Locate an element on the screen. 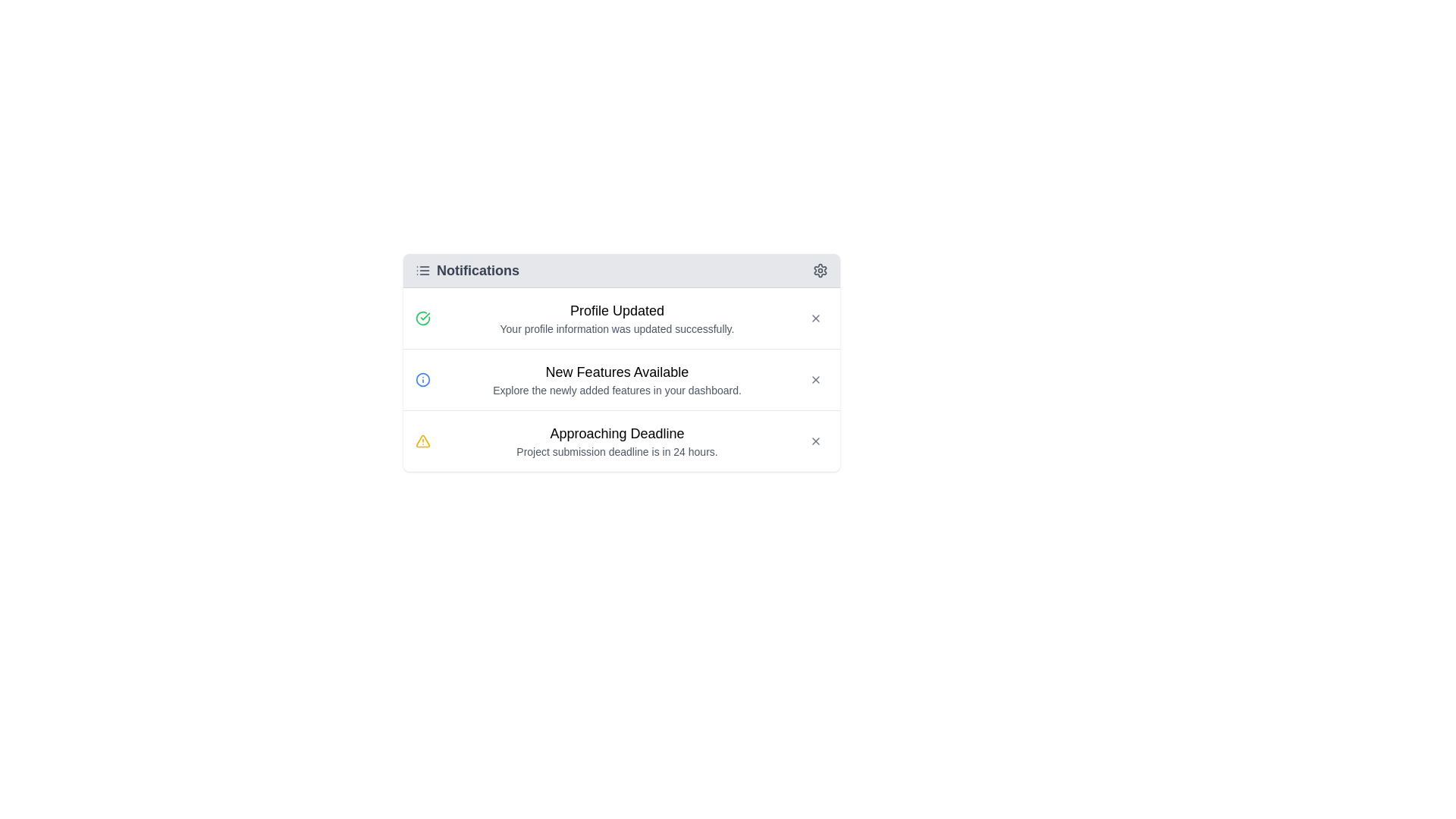 Image resolution: width=1456 pixels, height=819 pixels. the text label displaying 'Project submission deadline is in 24 hours.' which is styled with a smaller gray font and located below the bold title 'Approaching Deadline.' is located at coordinates (617, 451).